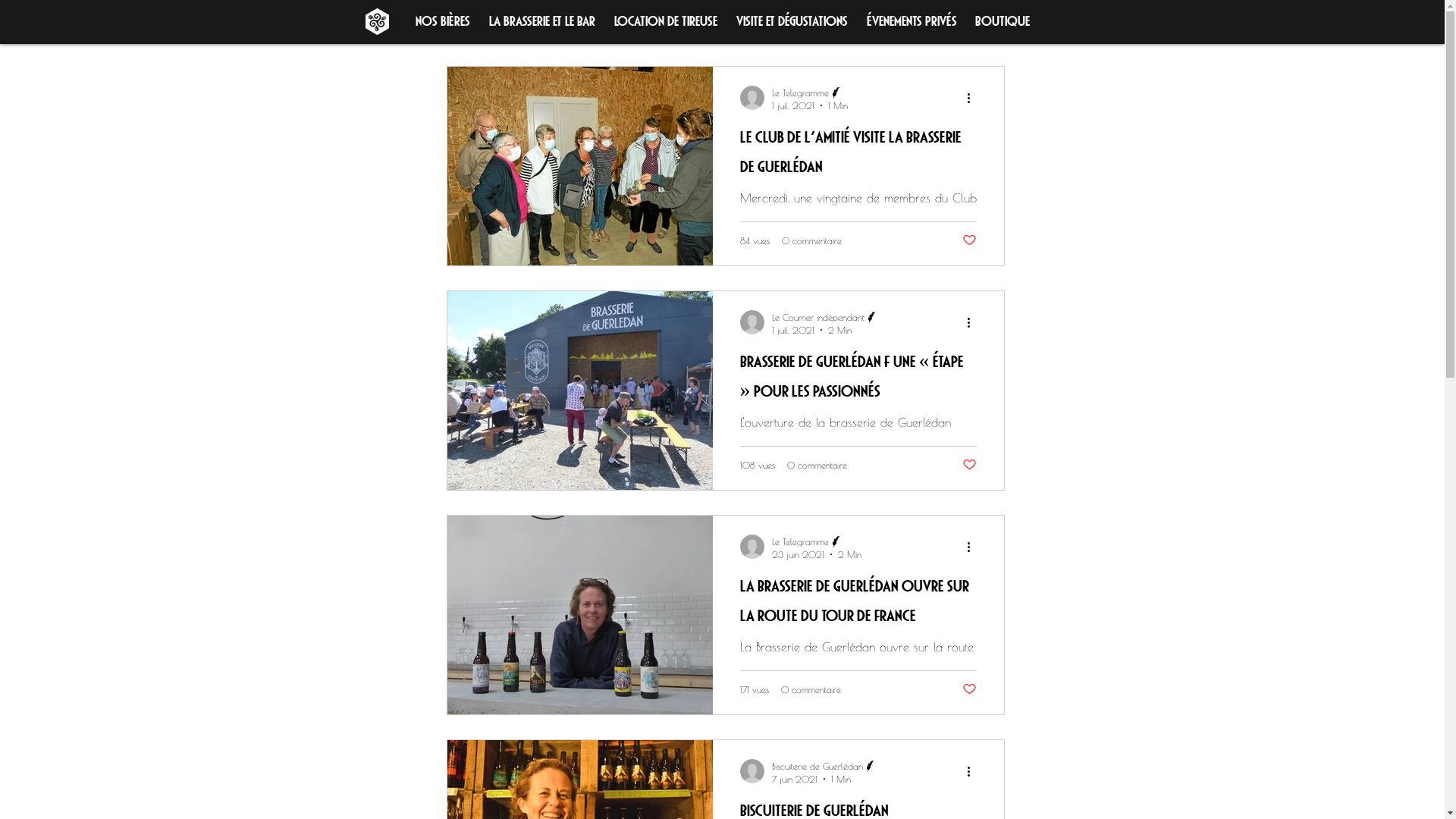  I want to click on 'Vous n'aimez plus ce post', so click(968, 689).